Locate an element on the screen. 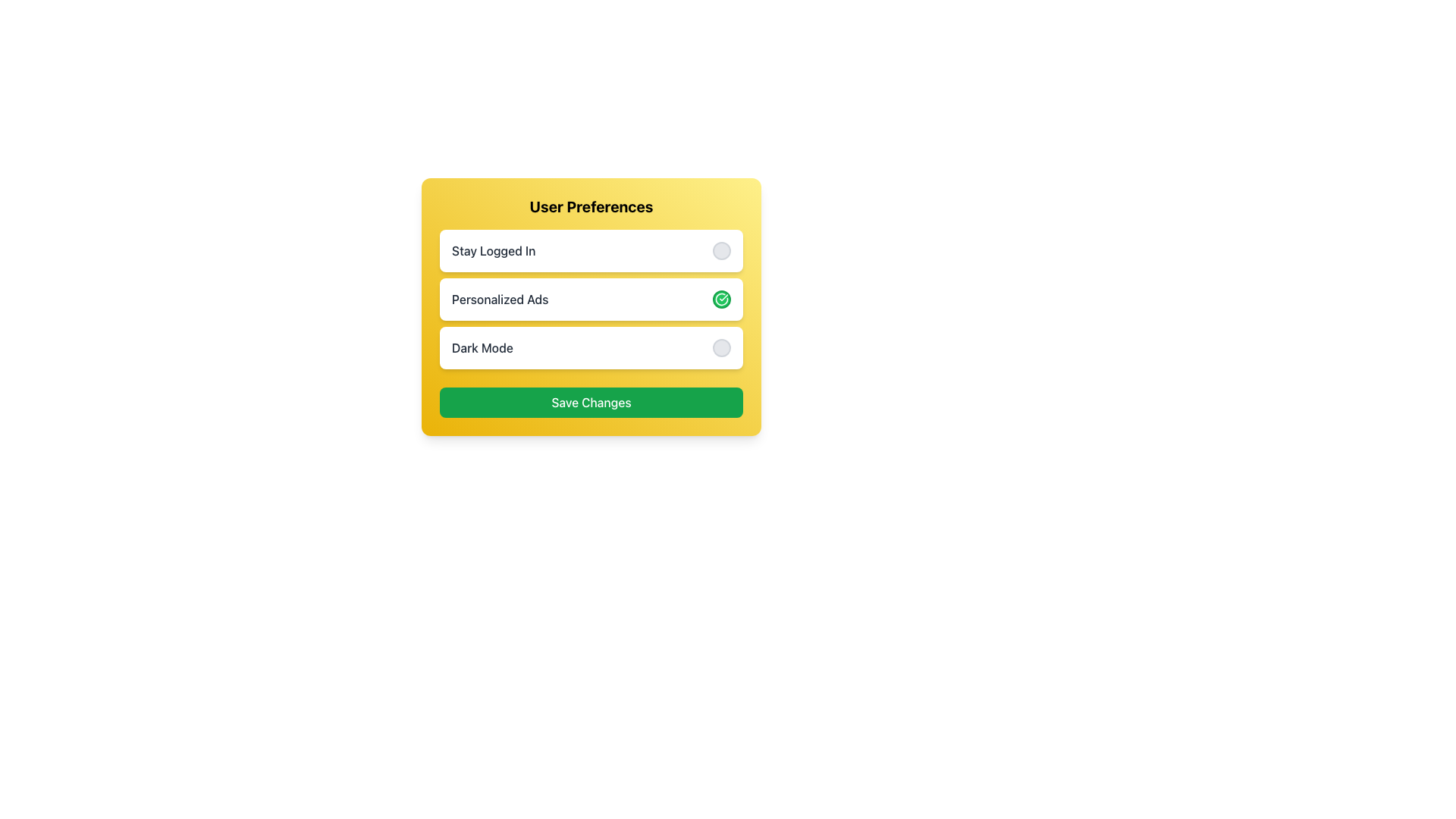 The height and width of the screenshot is (819, 1456). the toggle button located next is located at coordinates (720, 250).